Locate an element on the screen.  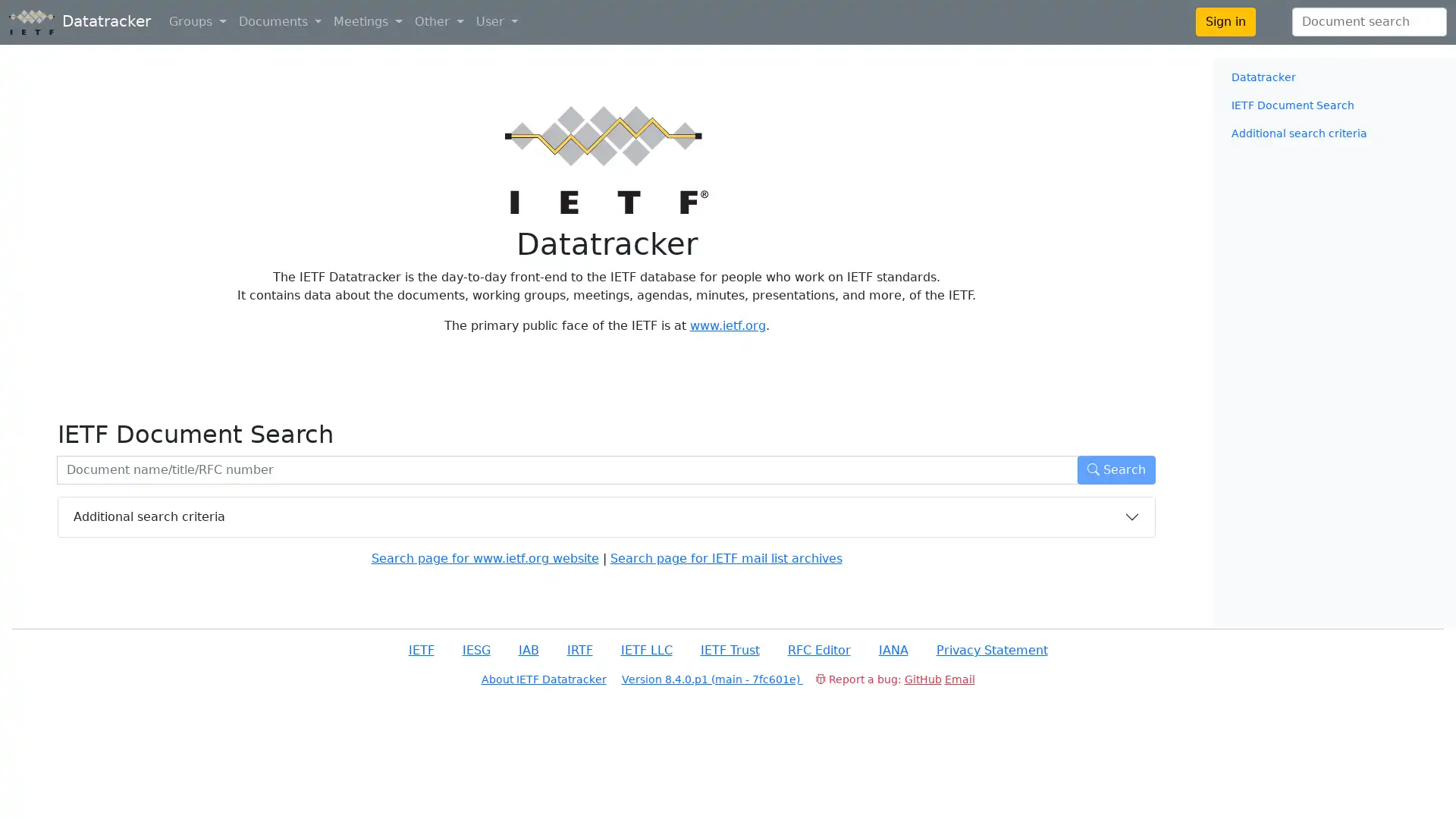
Groups is located at coordinates (196, 22).